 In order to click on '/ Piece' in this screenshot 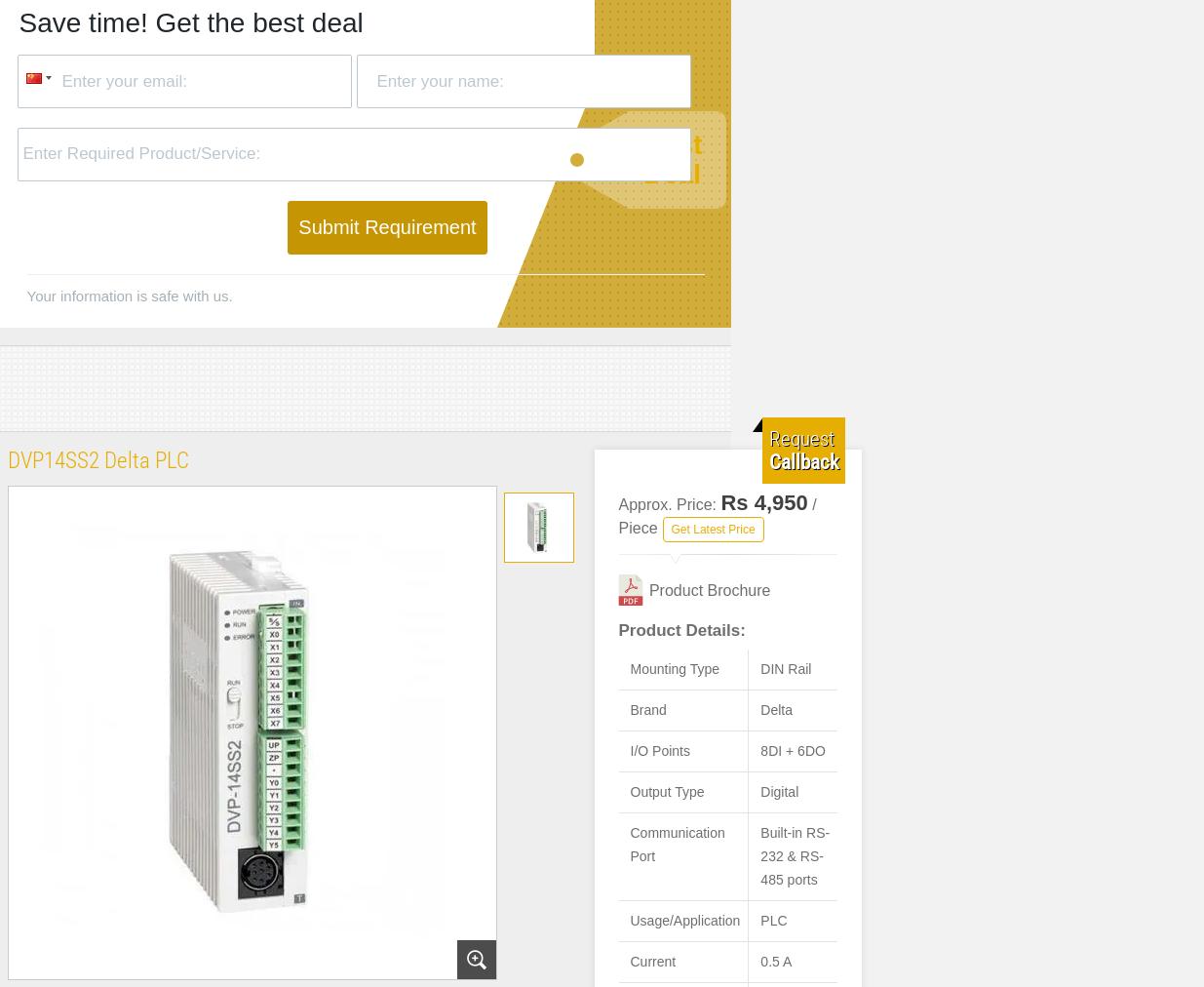, I will do `click(717, 515)`.